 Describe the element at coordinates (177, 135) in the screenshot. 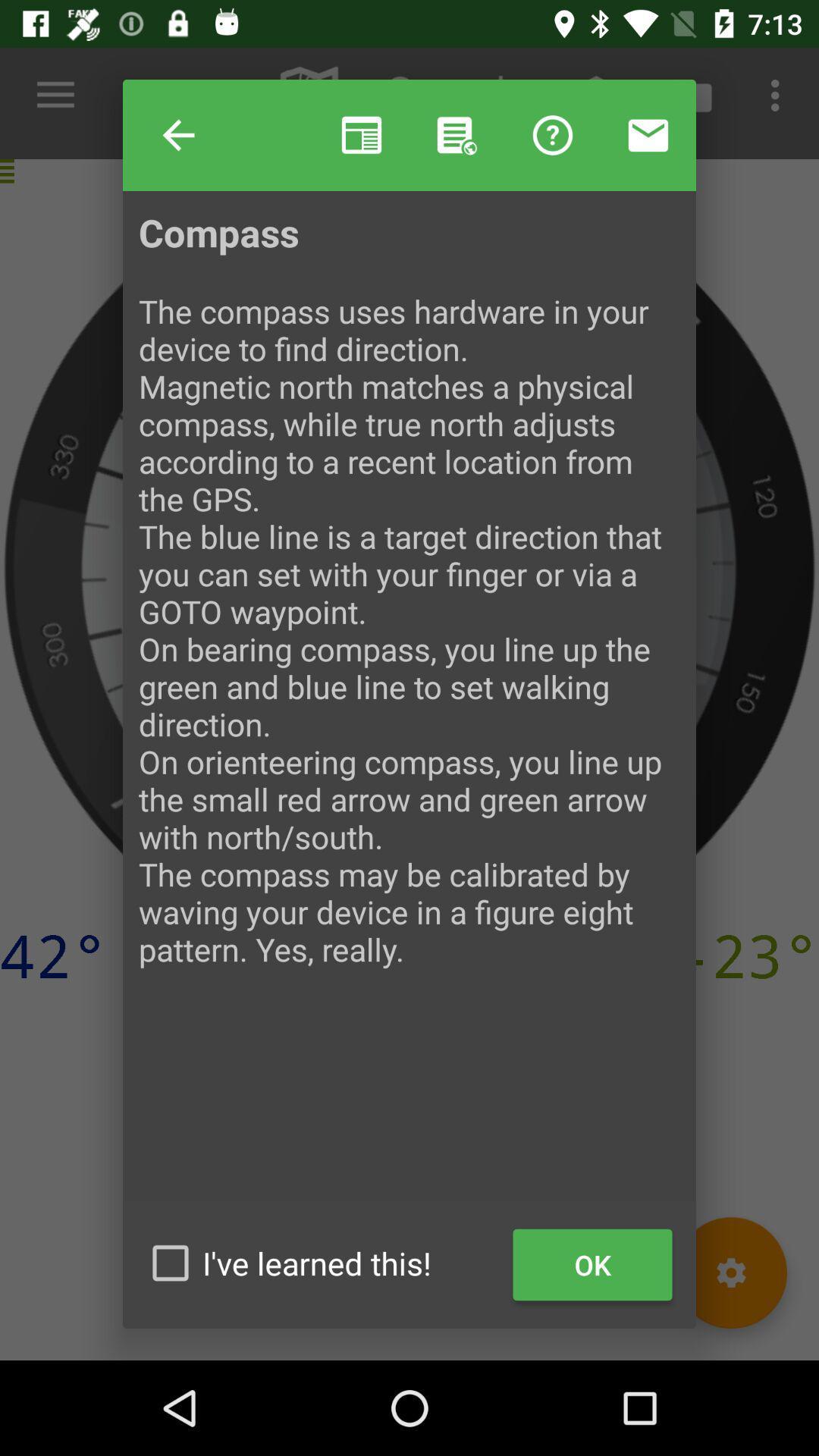

I see `the item to the left of help` at that location.